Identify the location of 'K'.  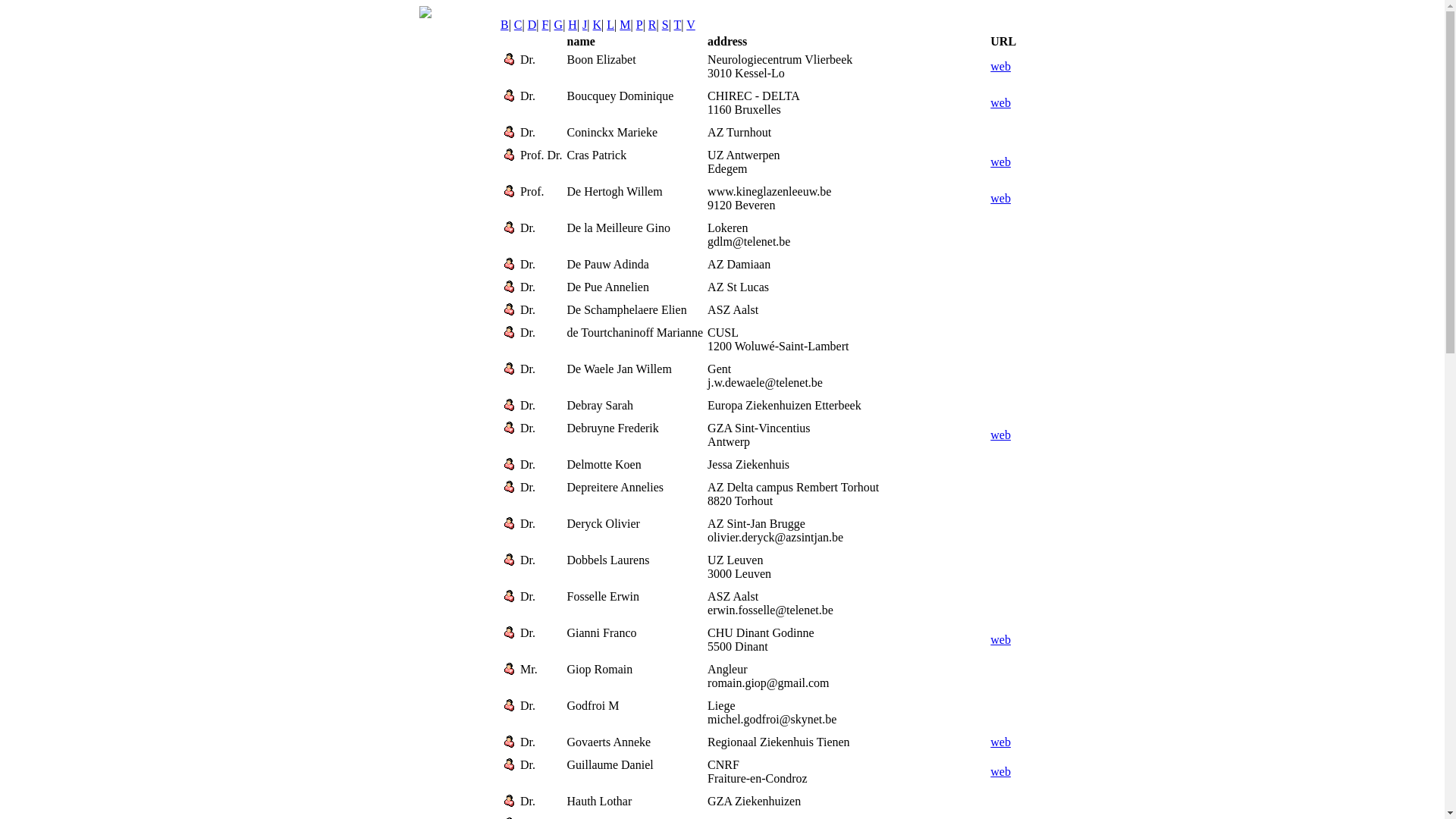
(596, 24).